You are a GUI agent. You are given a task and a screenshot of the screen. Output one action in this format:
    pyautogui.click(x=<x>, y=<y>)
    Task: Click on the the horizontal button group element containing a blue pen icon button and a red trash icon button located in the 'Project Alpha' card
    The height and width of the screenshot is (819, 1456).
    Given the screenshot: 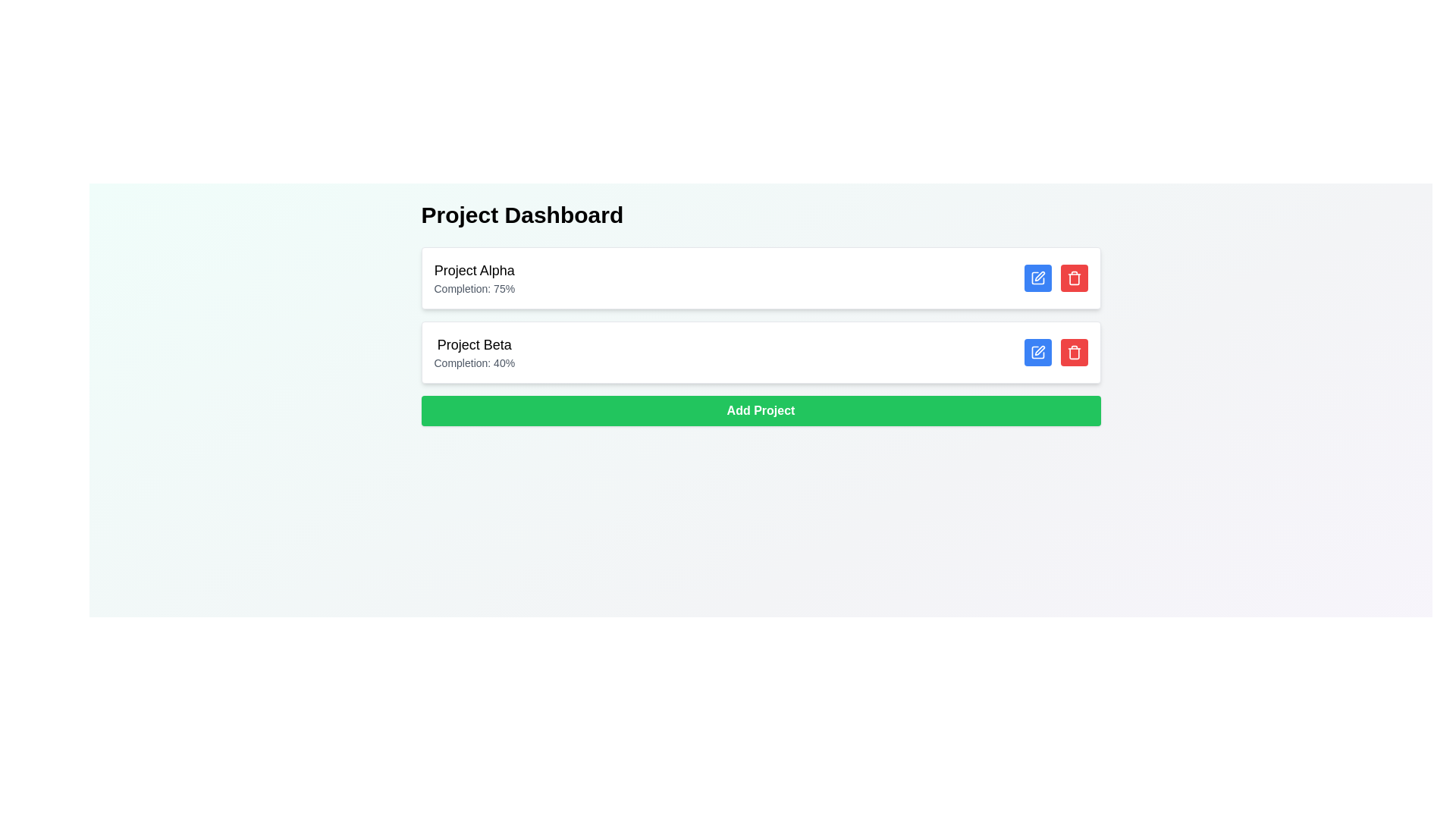 What is the action you would take?
    pyautogui.click(x=1055, y=278)
    